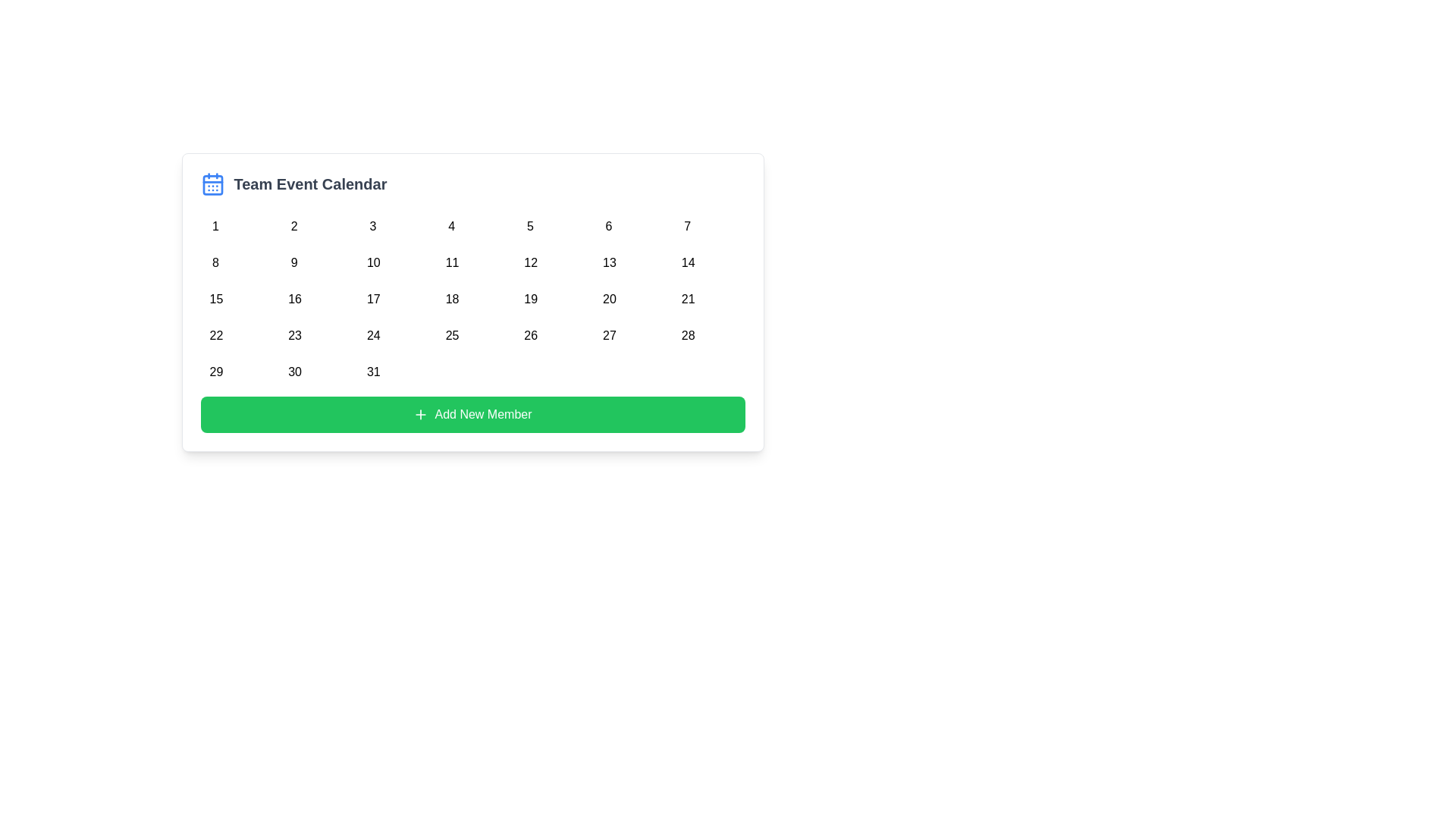  Describe the element at coordinates (212, 184) in the screenshot. I see `the decorative icon located at the top-left corner of the 'Team Event Calendar' panel, which signifies the nature of the panel and may hint at interactive components` at that location.